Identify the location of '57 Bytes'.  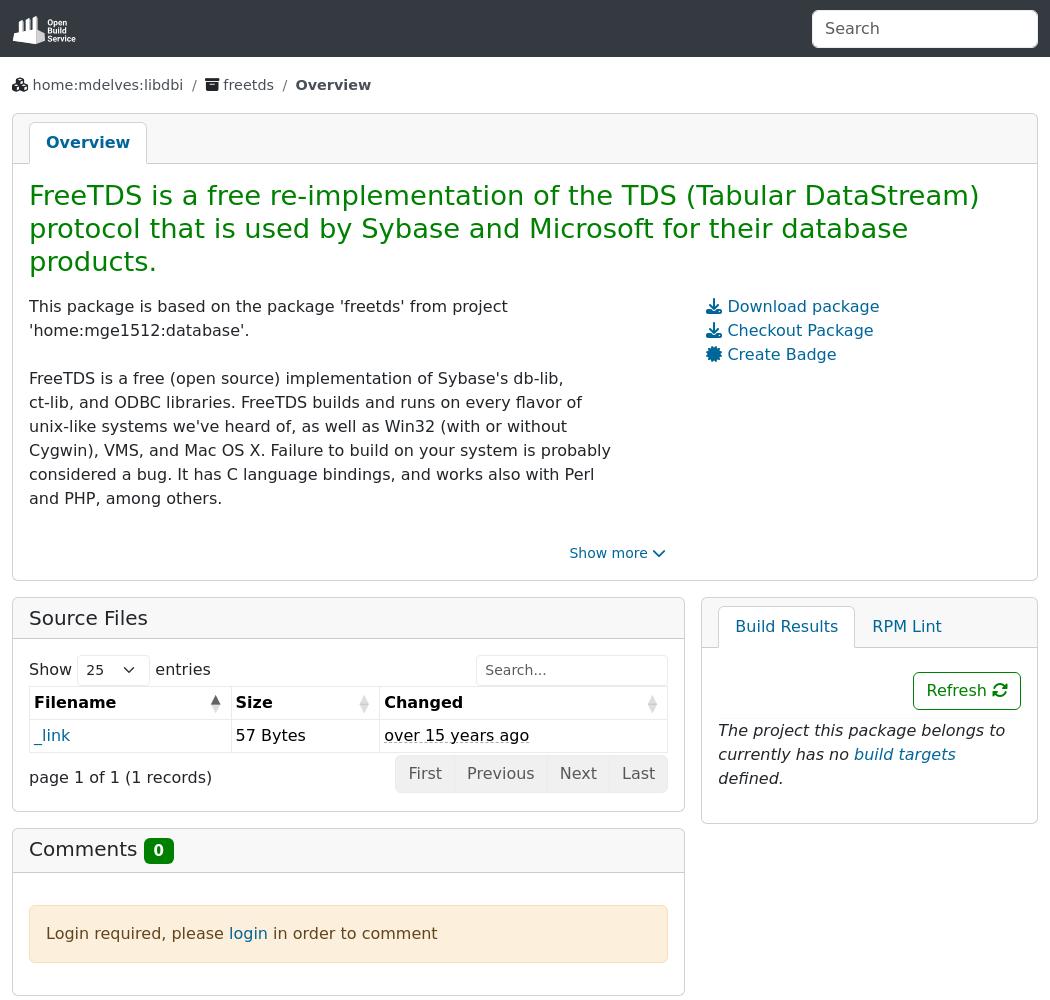
(268, 733).